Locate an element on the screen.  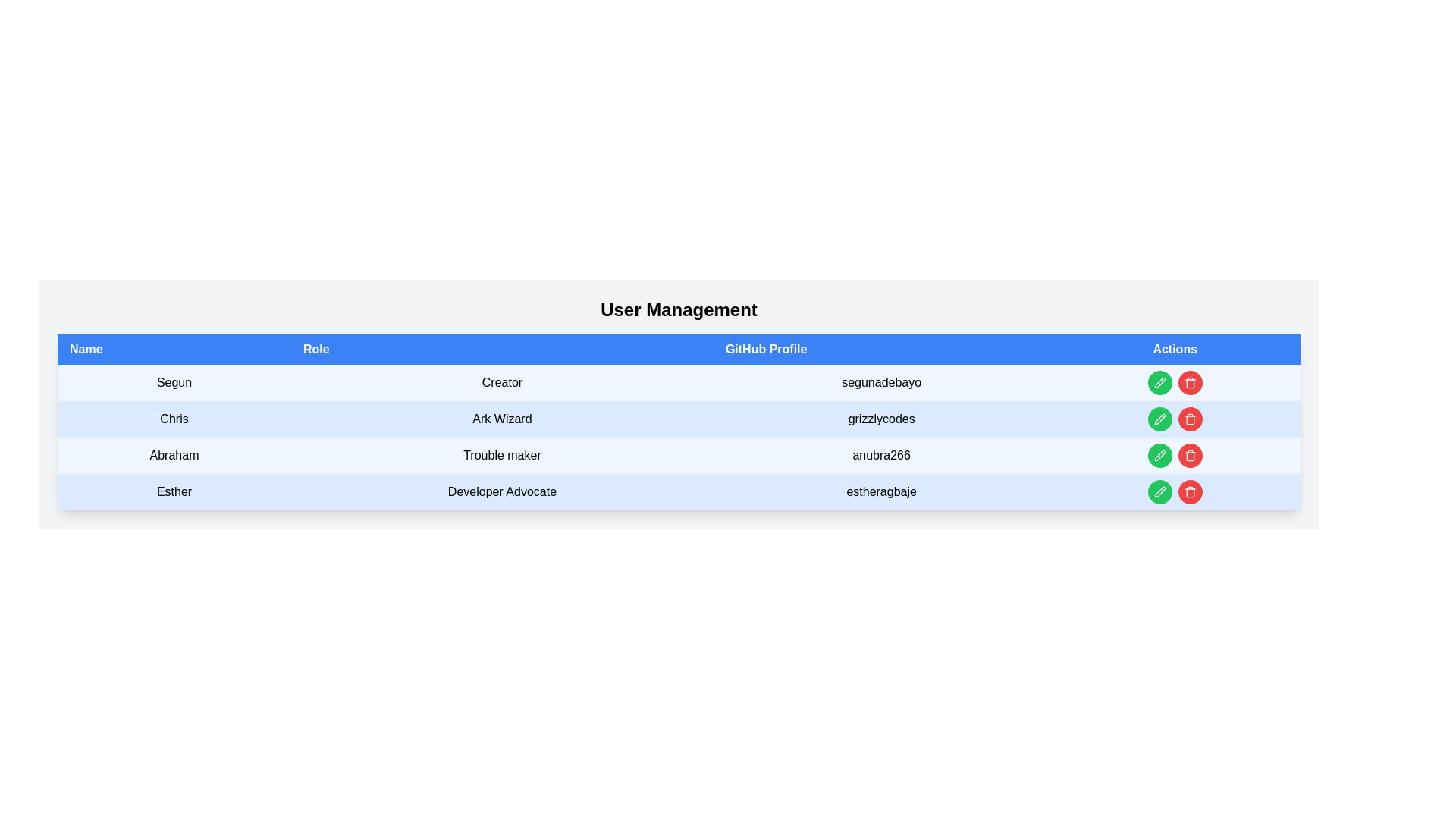
the trash can icon button in the 'Actions' column of the table row for 'Chris' is located at coordinates (1189, 419).